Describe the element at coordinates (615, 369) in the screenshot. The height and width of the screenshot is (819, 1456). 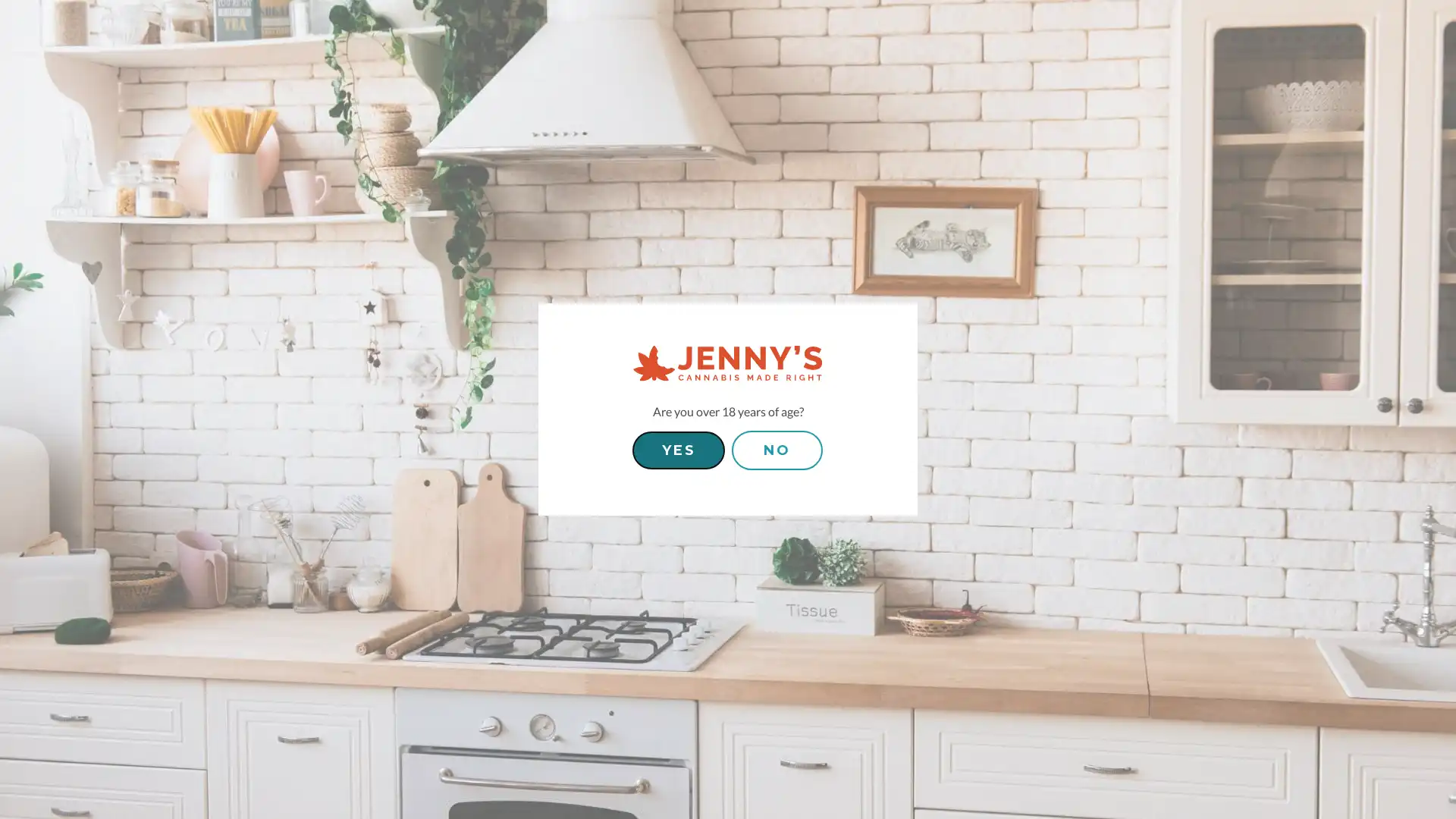
I see `Close this dialog window` at that location.